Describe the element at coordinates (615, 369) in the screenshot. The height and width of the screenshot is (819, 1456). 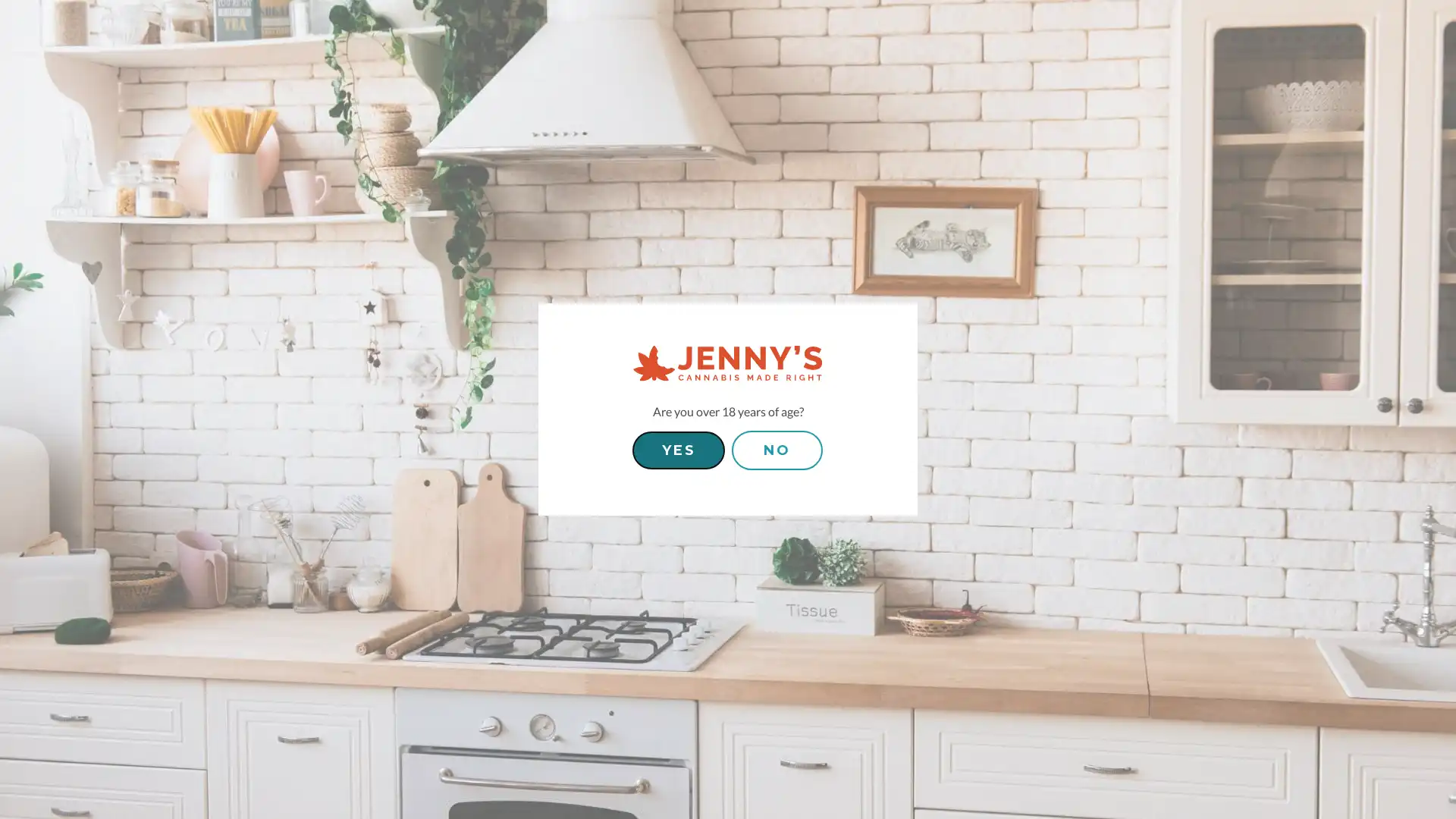
I see `Close this dialog window` at that location.